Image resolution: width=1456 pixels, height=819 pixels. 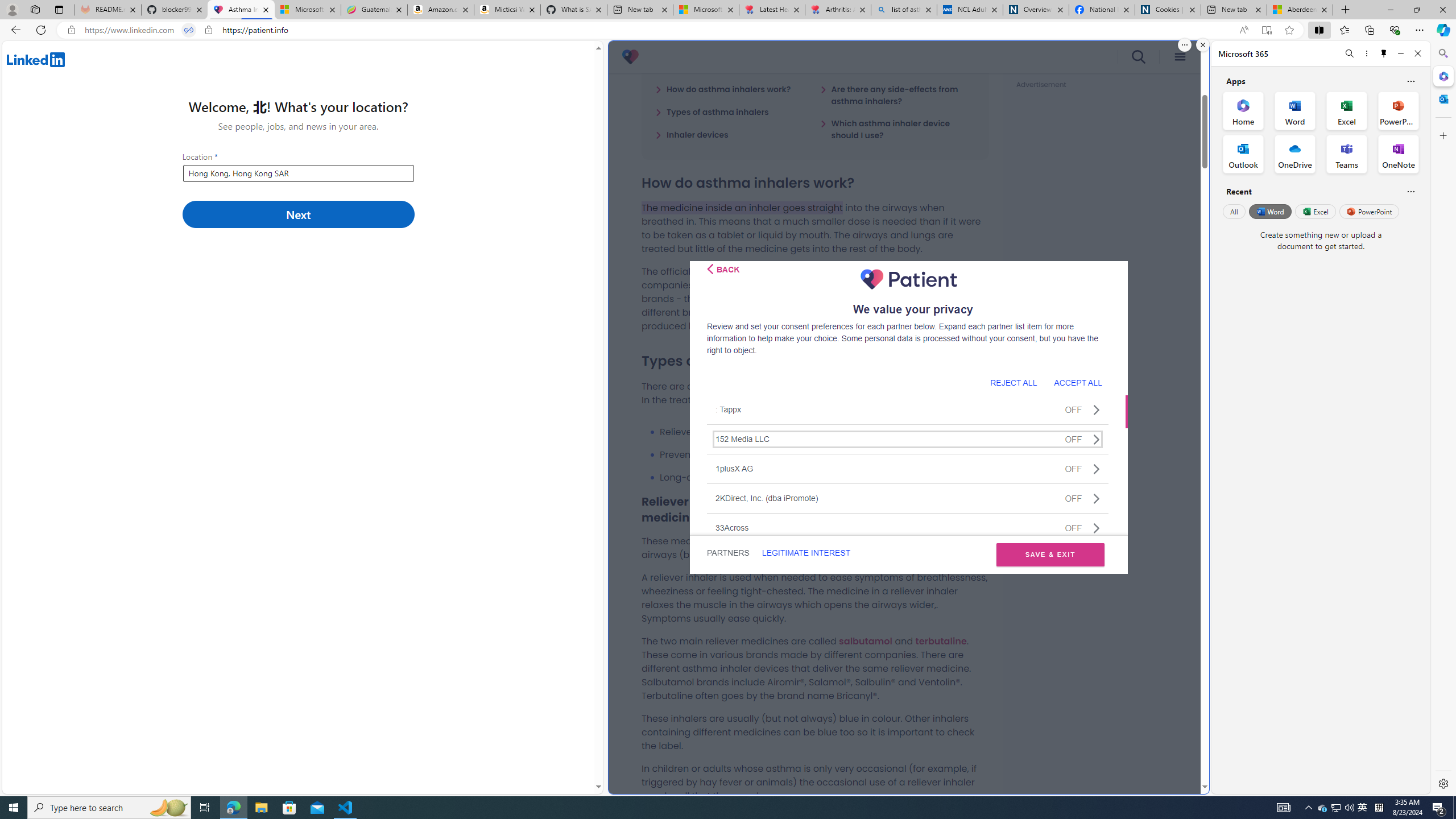 I want to click on 'Aberdeen, Hong Kong SAR hourly forecast | Microsoft Weather', so click(x=1300, y=9).